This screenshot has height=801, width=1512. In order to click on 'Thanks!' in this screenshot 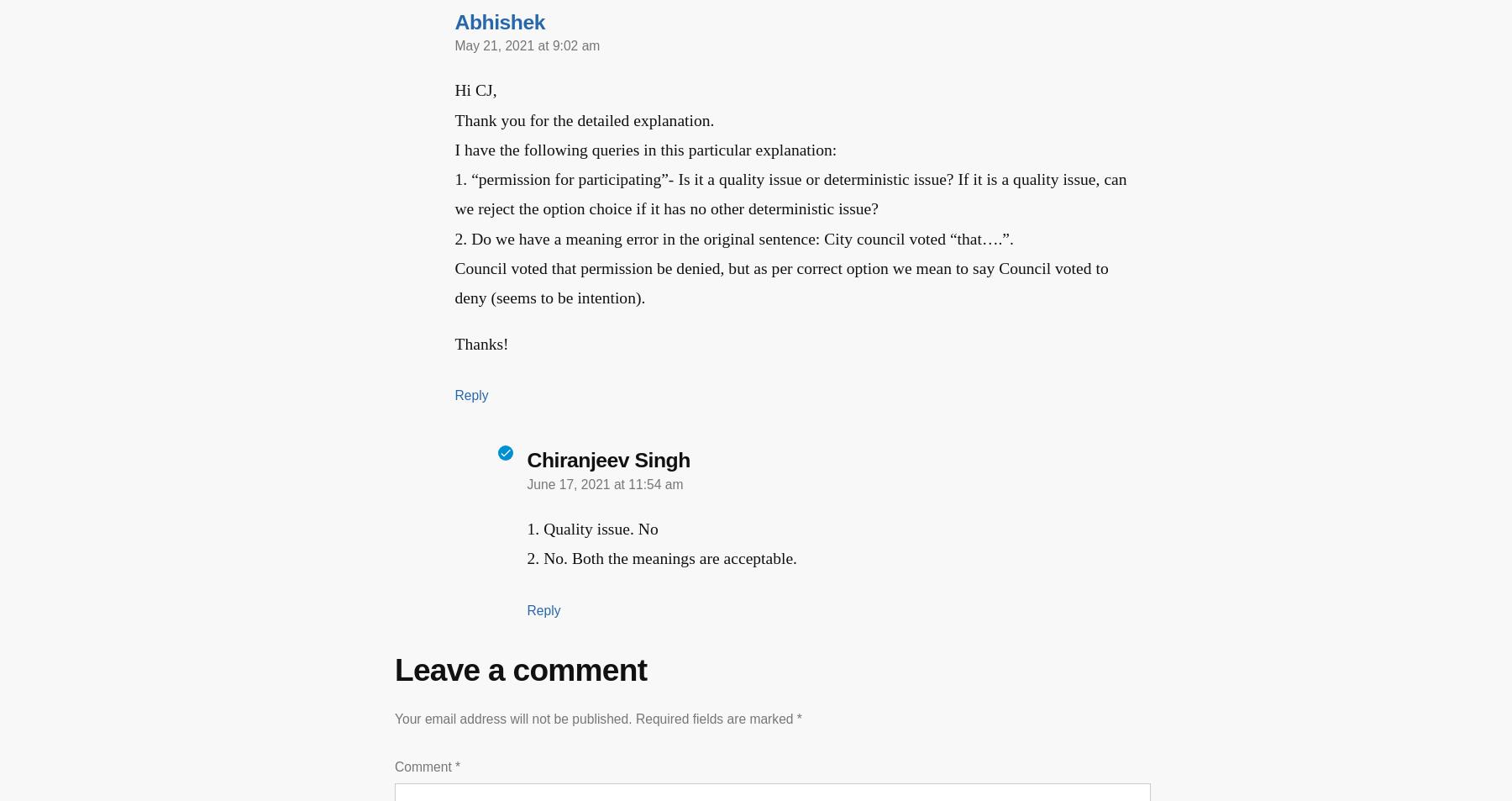, I will do `click(480, 341)`.